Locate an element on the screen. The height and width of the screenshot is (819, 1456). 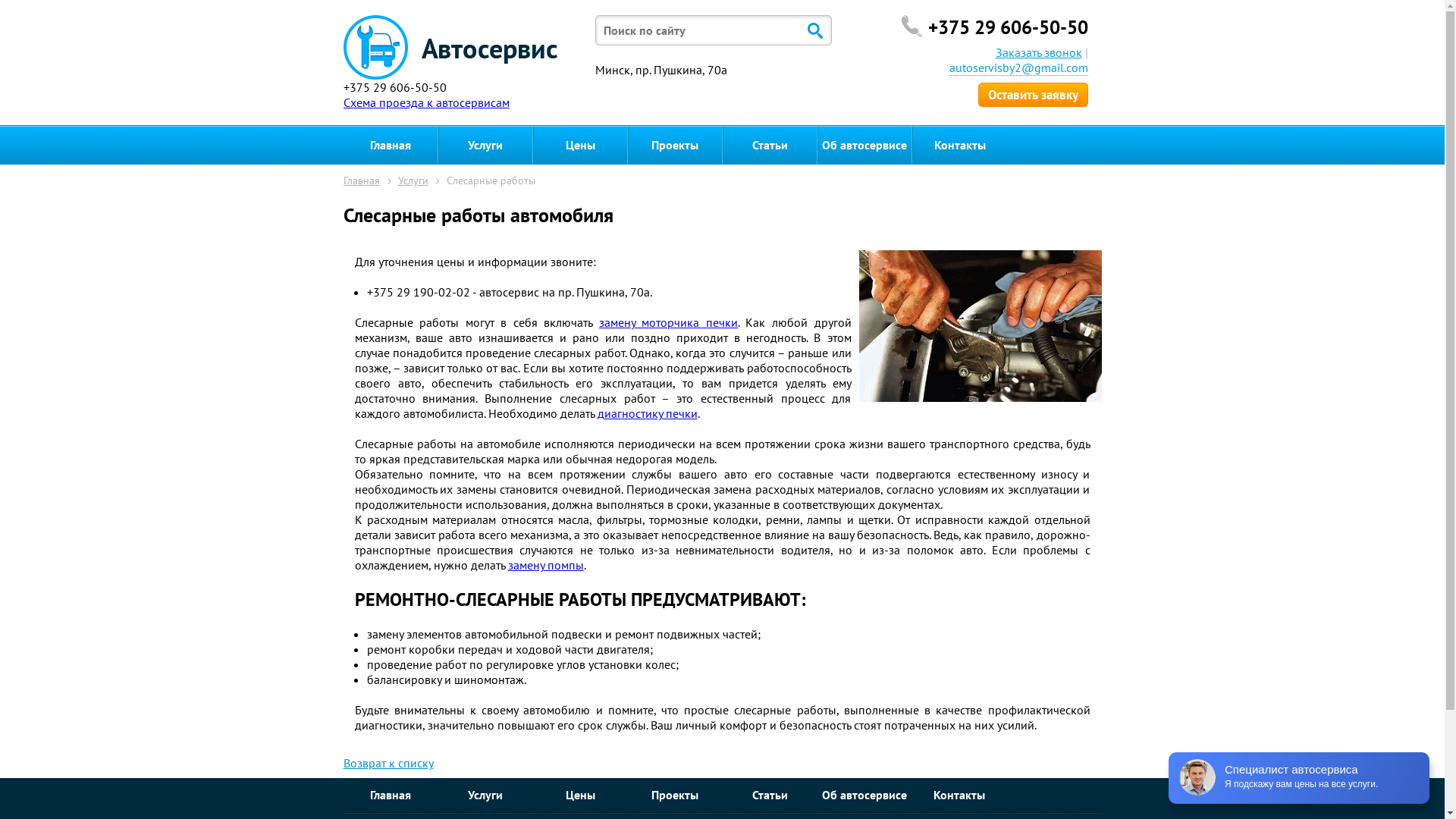
'autoservisby2@gmail.com' is located at coordinates (1018, 67).